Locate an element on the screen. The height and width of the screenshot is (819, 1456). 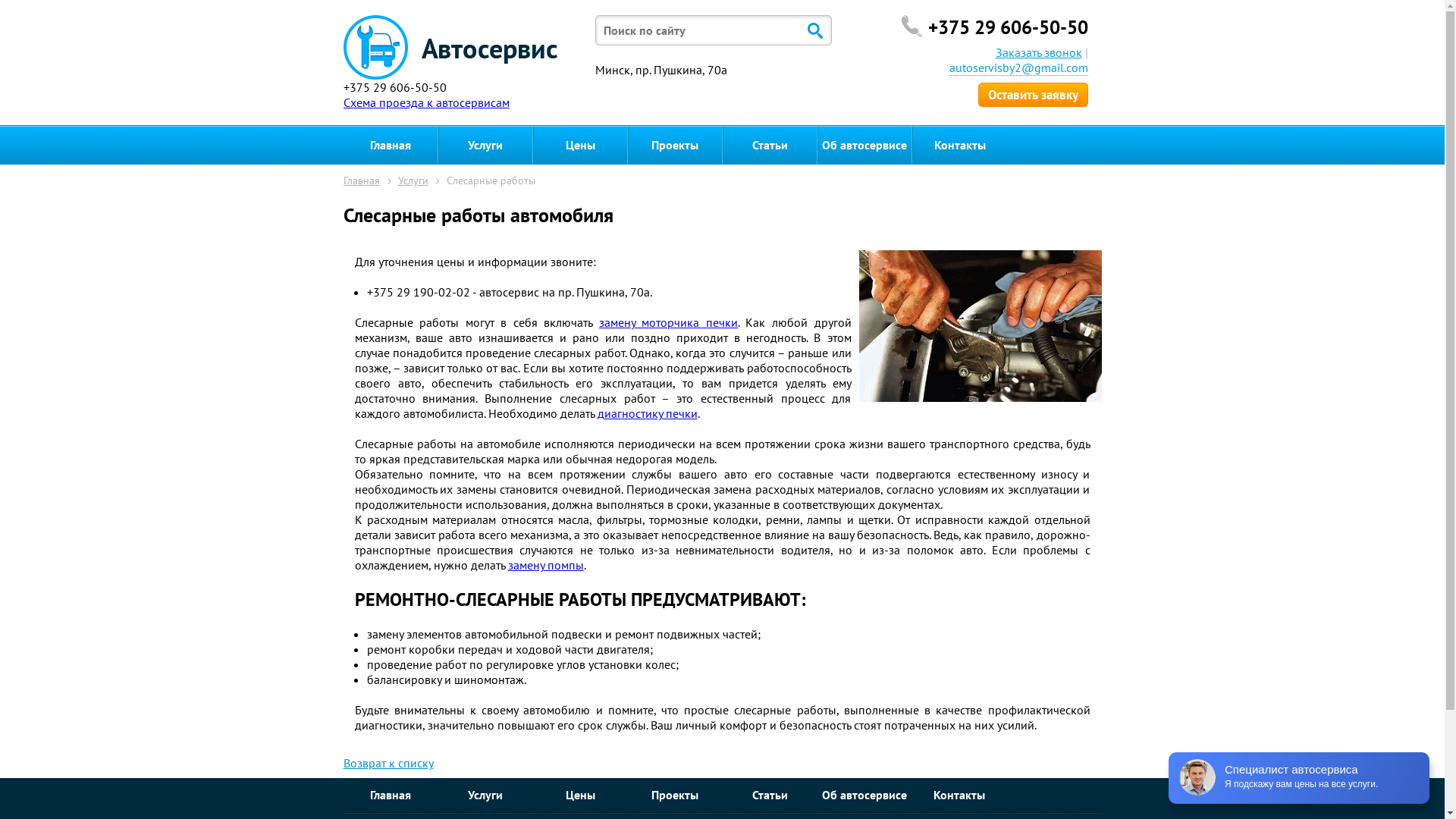
'autoservisby2@gmail.com' is located at coordinates (1018, 67).